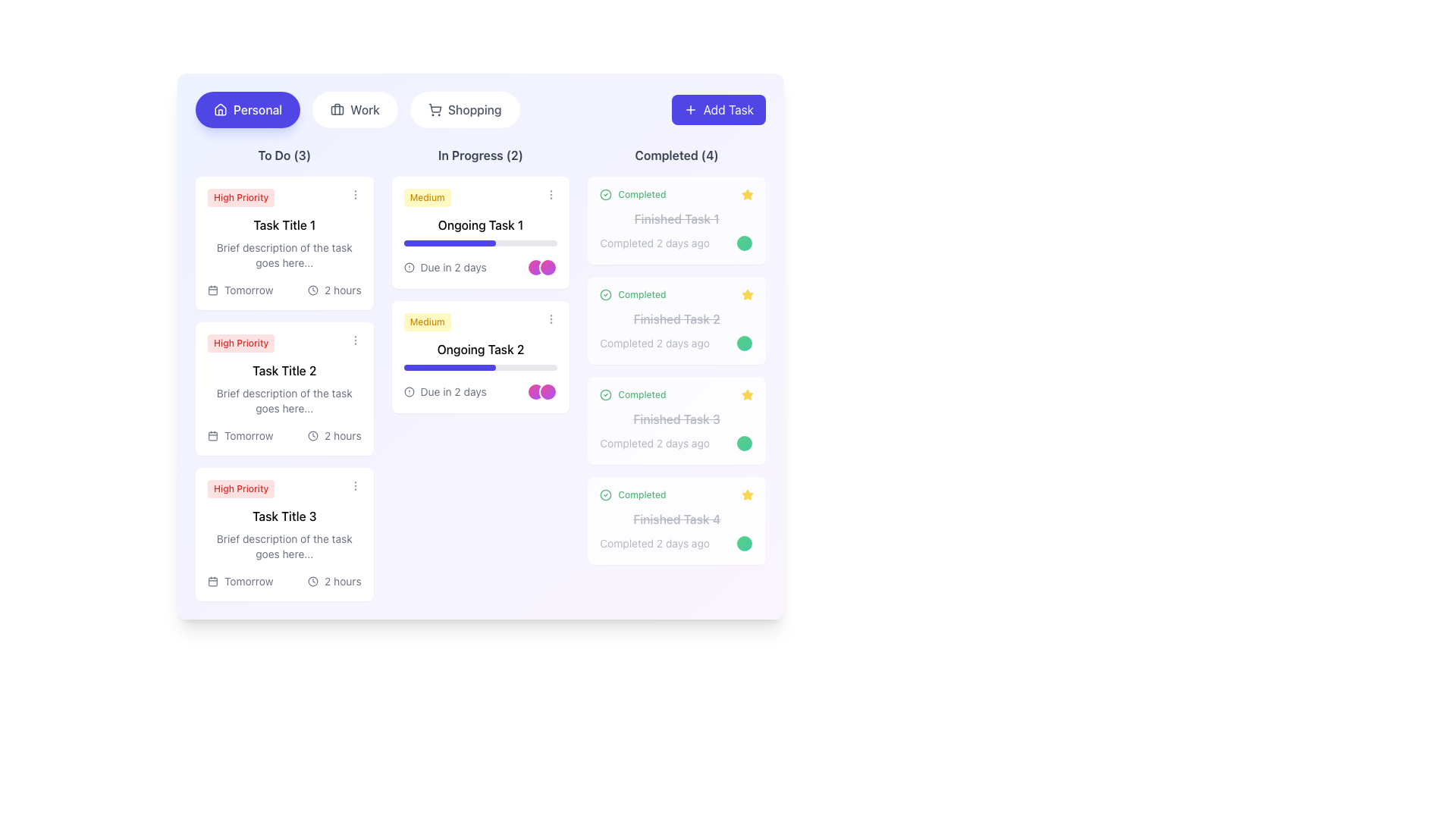  Describe the element at coordinates (605, 295) in the screenshot. I see `the completion status icon located to the left of the 'Completed' text label in the tasks section` at that location.